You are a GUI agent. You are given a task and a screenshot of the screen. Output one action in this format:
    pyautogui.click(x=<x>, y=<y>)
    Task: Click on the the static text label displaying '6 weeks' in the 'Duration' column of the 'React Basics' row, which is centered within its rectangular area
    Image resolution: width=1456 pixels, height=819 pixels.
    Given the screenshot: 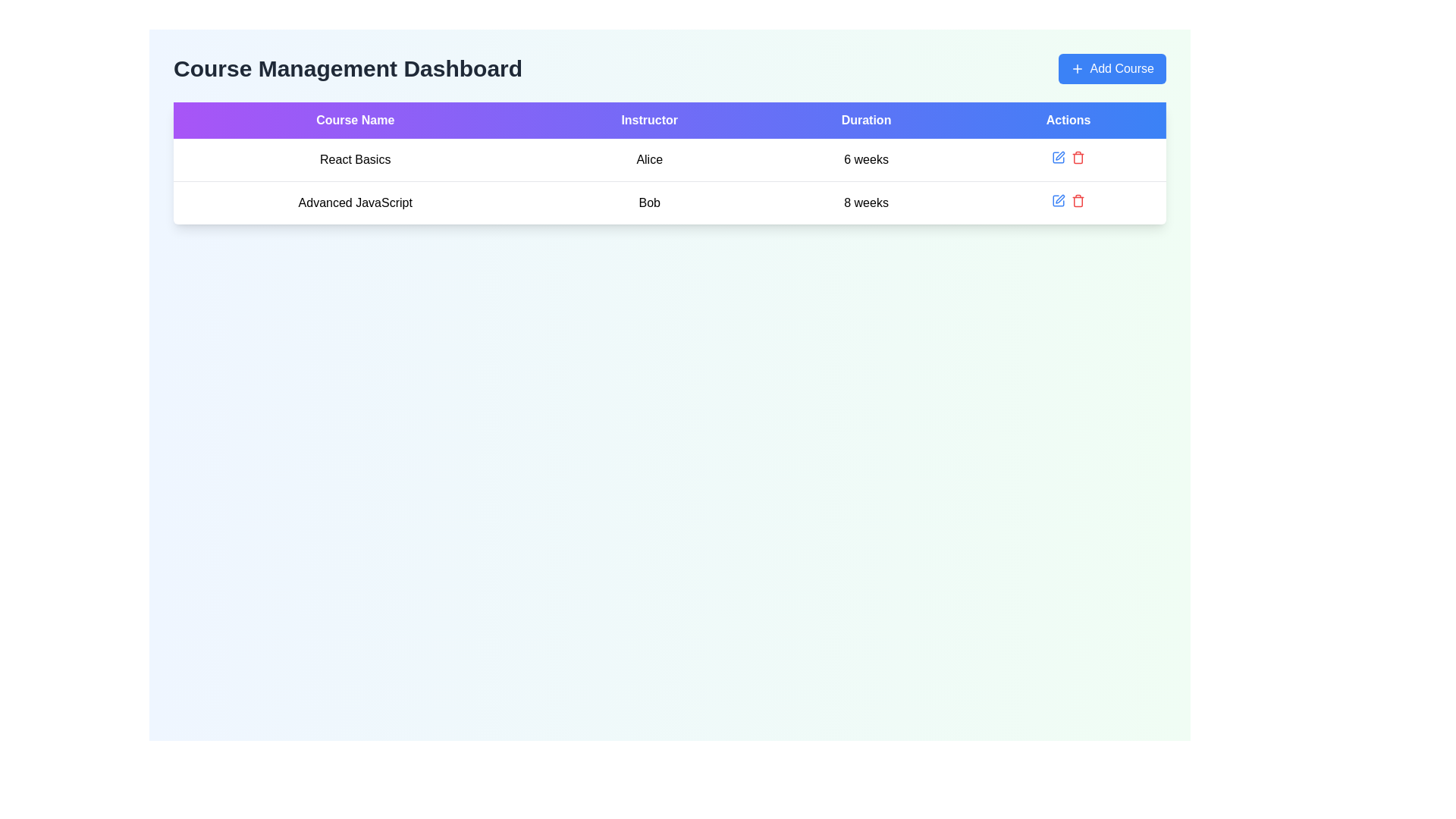 What is the action you would take?
    pyautogui.click(x=866, y=160)
    